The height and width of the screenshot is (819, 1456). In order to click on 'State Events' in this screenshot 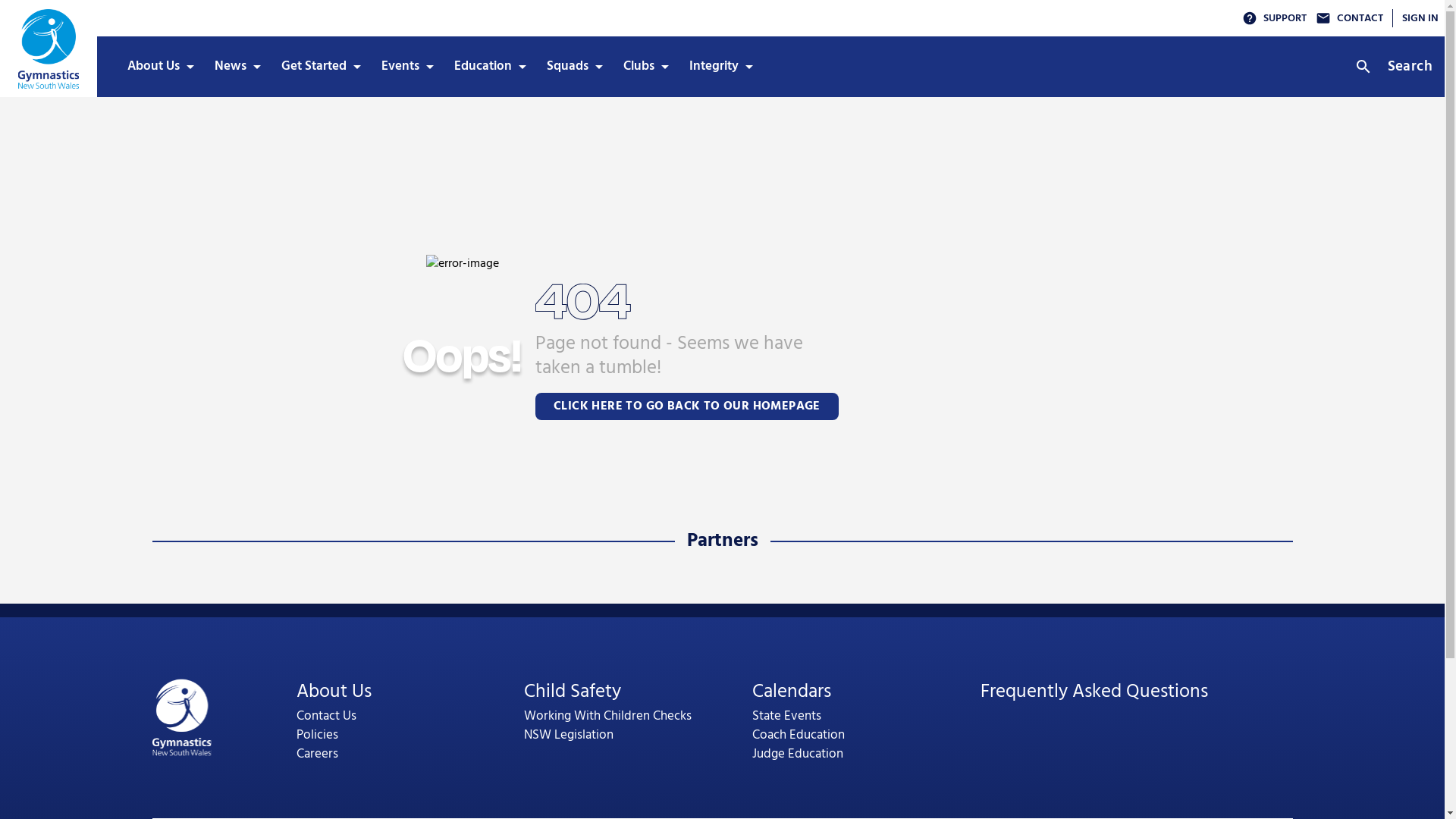, I will do `click(786, 716)`.